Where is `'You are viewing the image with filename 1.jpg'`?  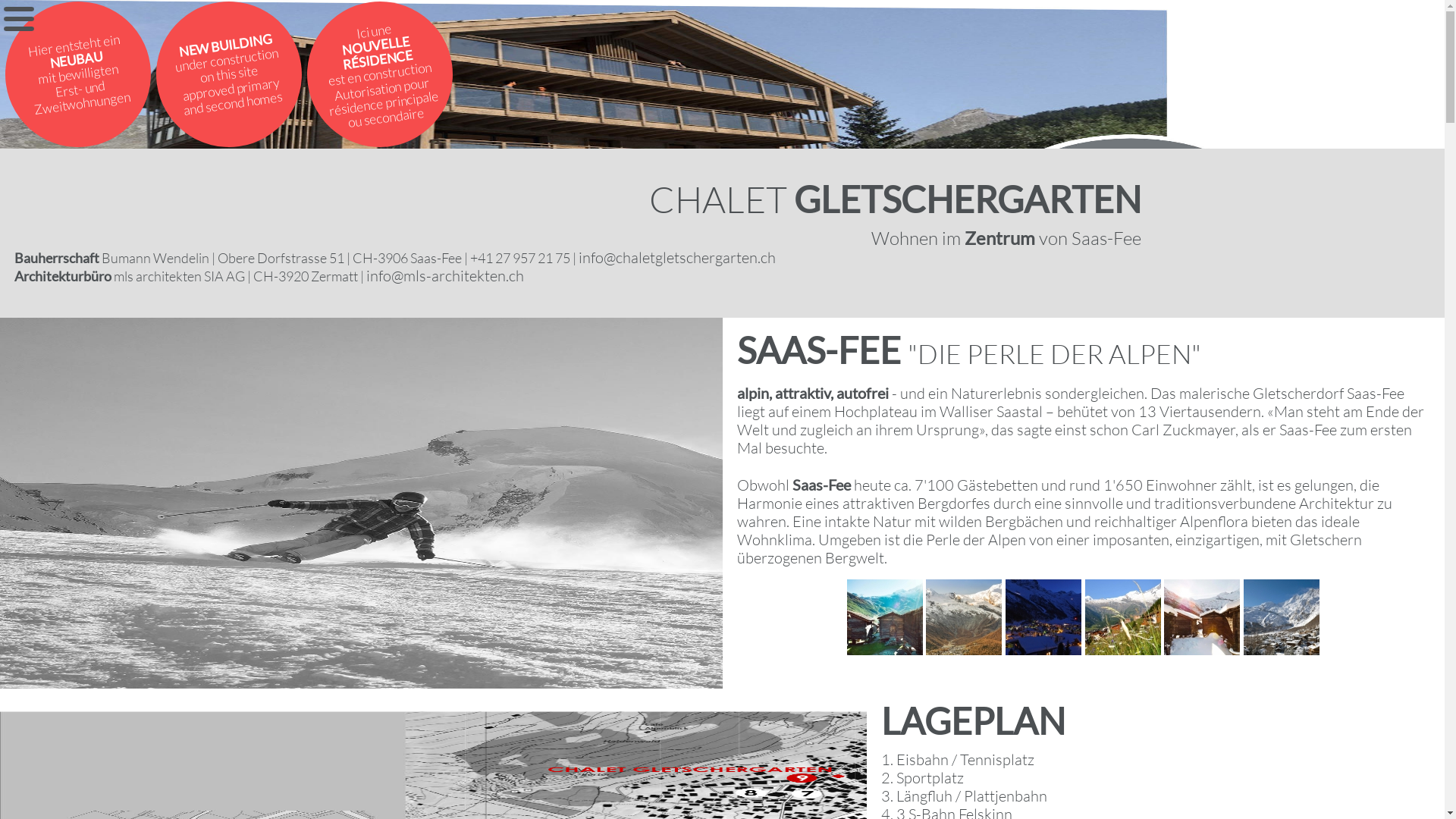
'You are viewing the image with filename 1.jpg' is located at coordinates (846, 617).